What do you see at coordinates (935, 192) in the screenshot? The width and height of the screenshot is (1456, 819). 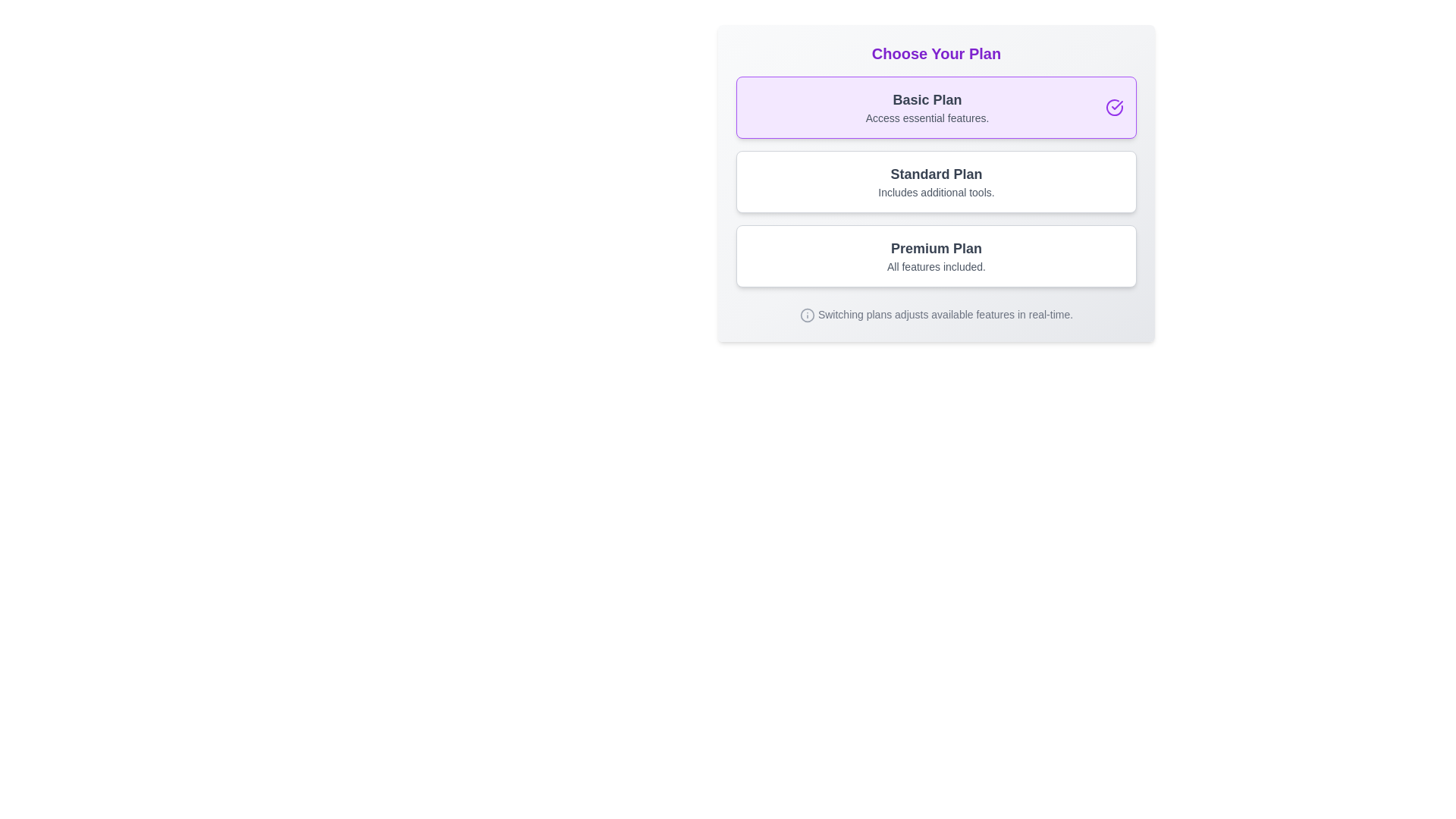 I see `the text label providing descriptive information about the 'Standard Plan' option, which is located beneath the heading 'Standard Plan' in the second card of the plan options` at bounding box center [935, 192].